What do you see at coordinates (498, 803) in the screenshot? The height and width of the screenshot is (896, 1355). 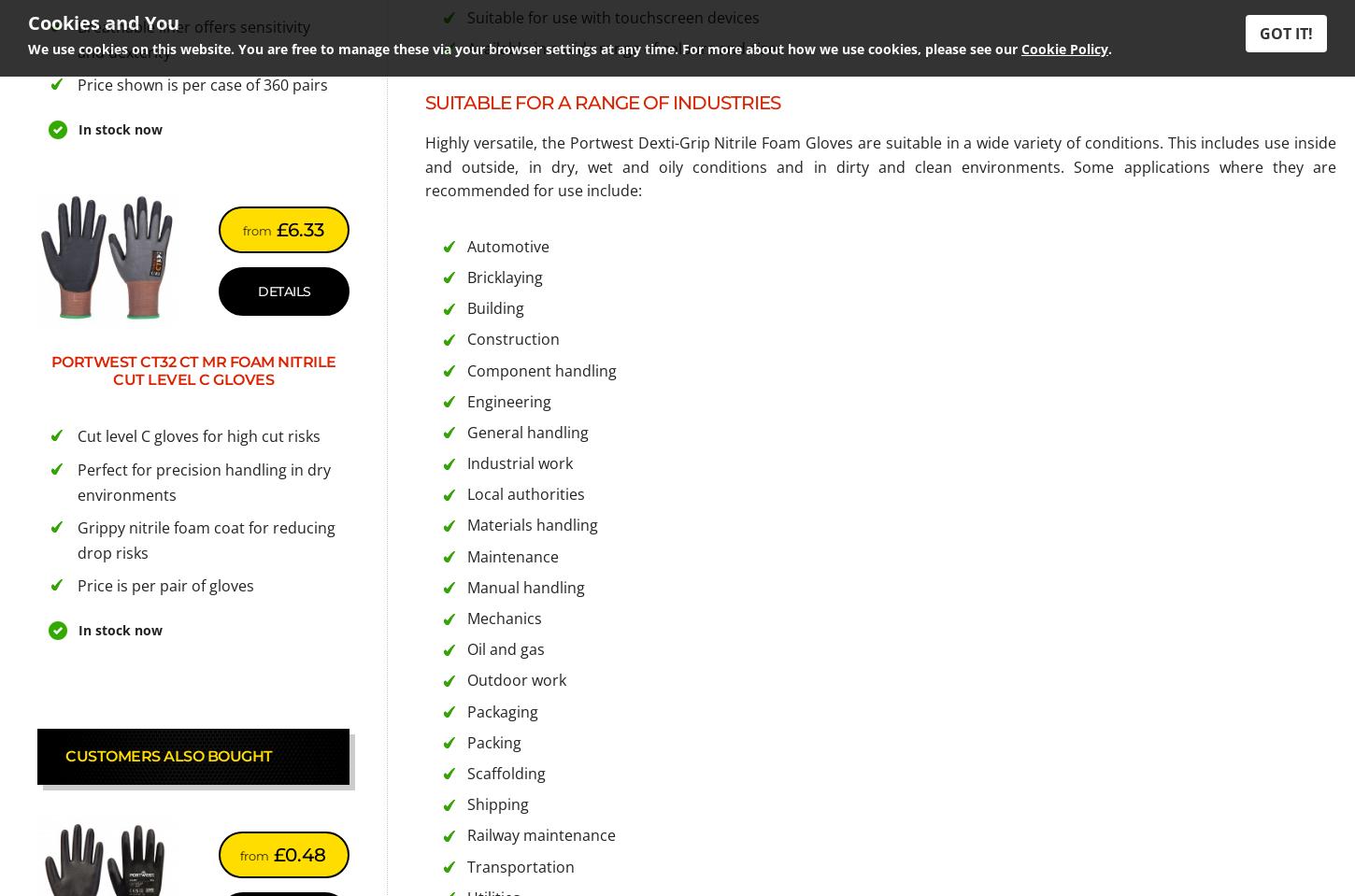 I see `'Shipping'` at bounding box center [498, 803].